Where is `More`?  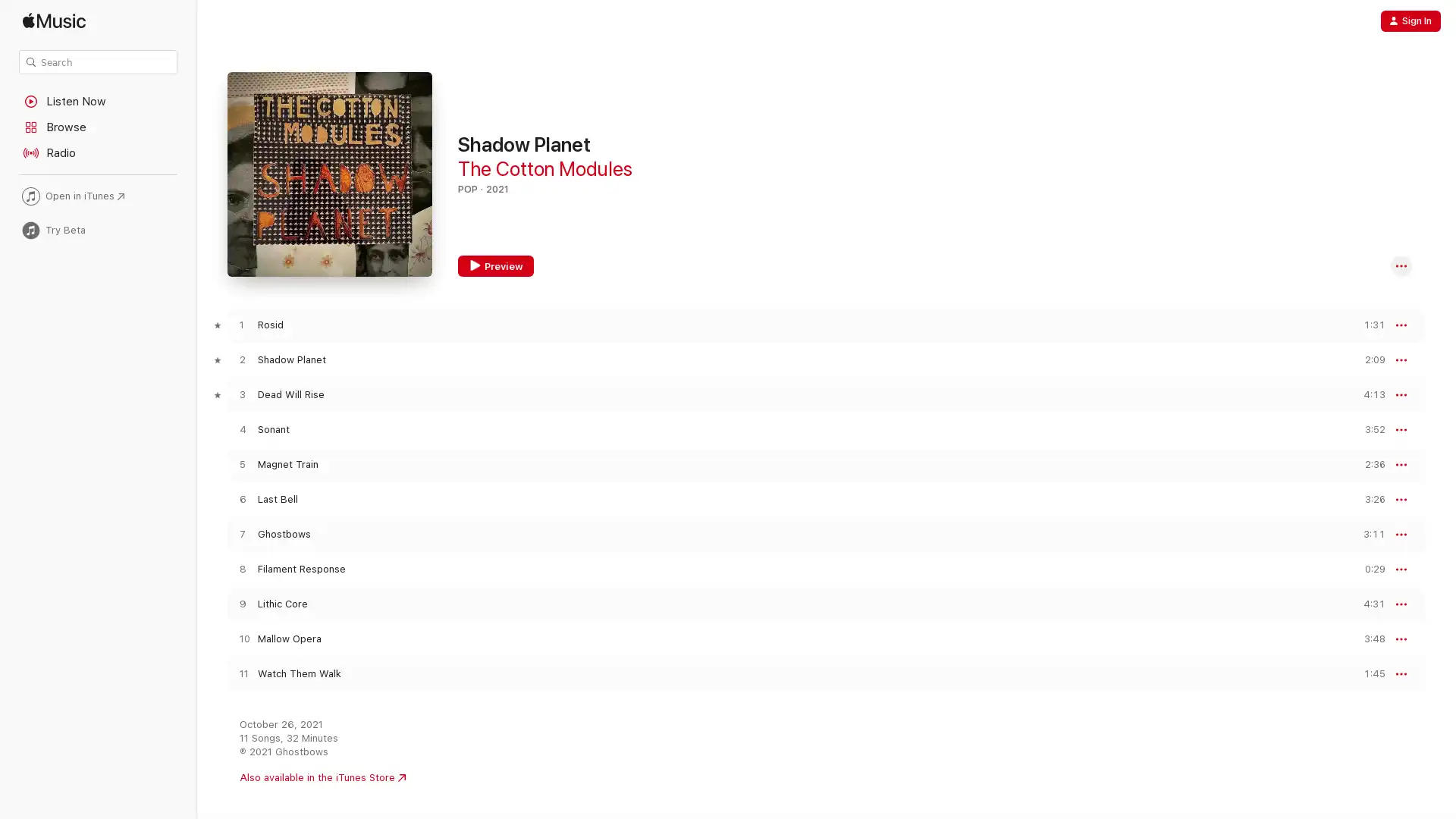 More is located at coordinates (1401, 500).